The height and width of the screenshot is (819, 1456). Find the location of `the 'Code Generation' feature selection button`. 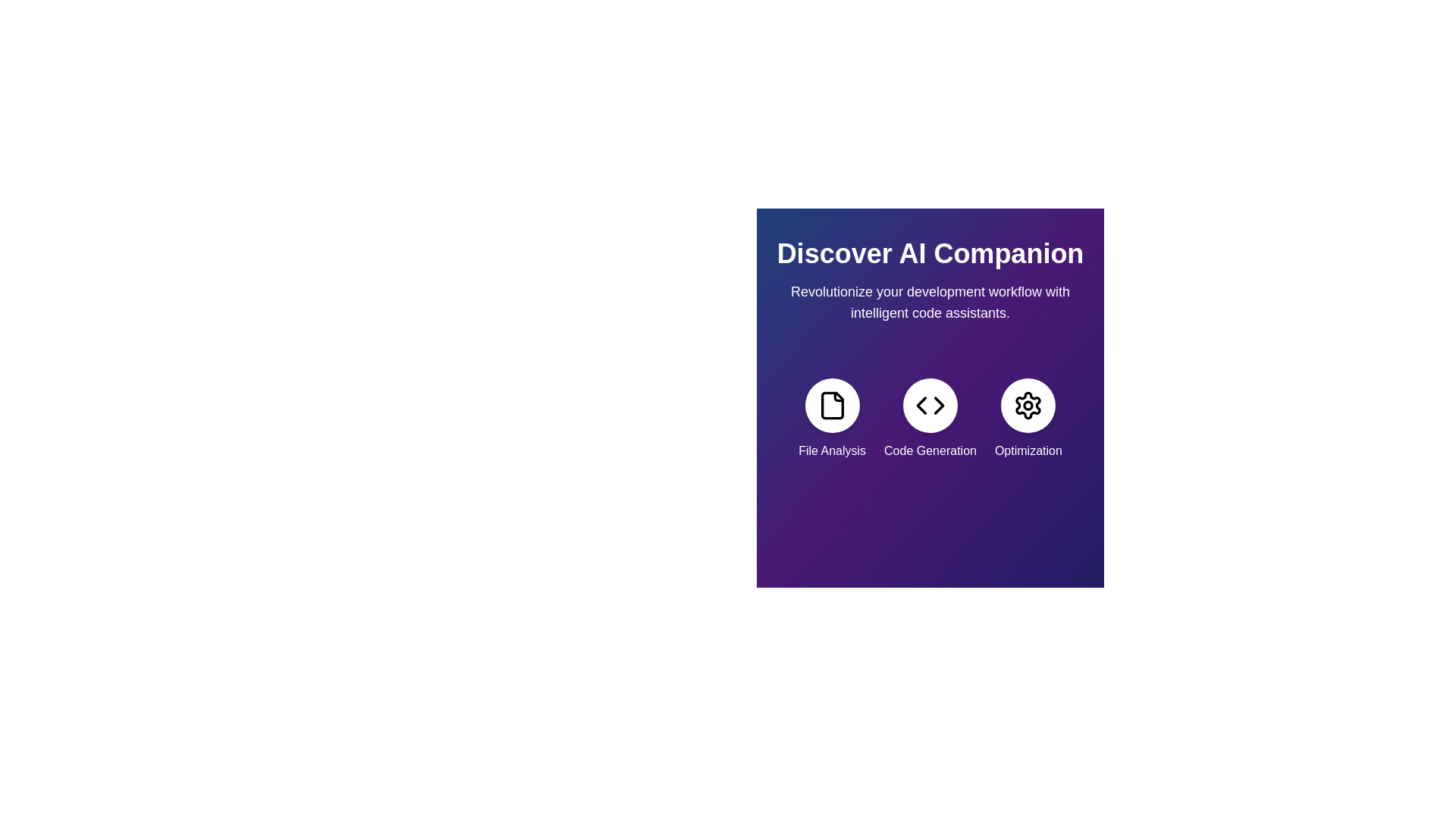

the 'Code Generation' feature selection button is located at coordinates (930, 419).